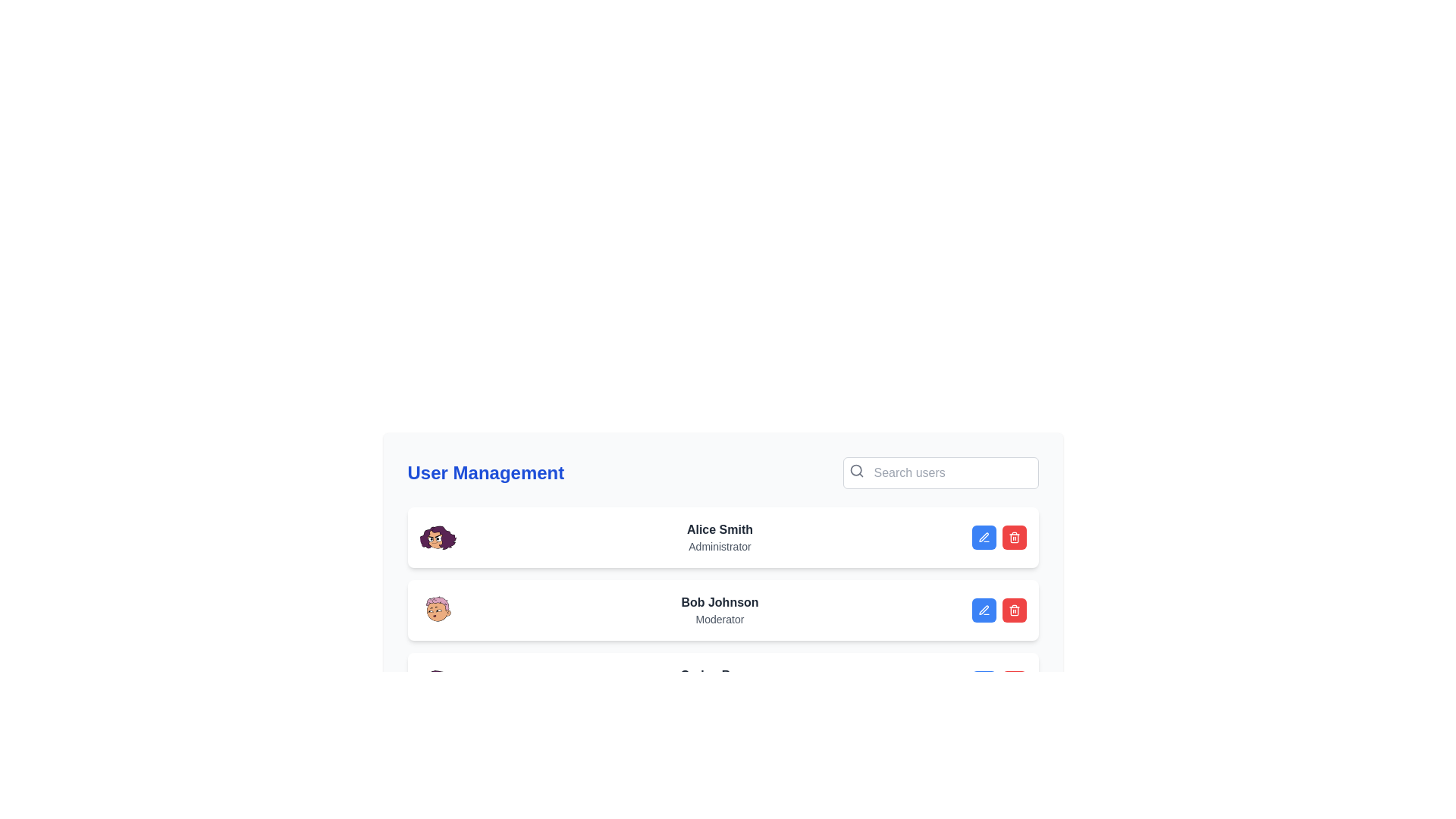 Image resolution: width=1456 pixels, height=819 pixels. I want to click on the non-interactive text label that provides additional information about the user 'Alice Smith', positioned directly below the name and under the heading 'User Management', so click(719, 547).